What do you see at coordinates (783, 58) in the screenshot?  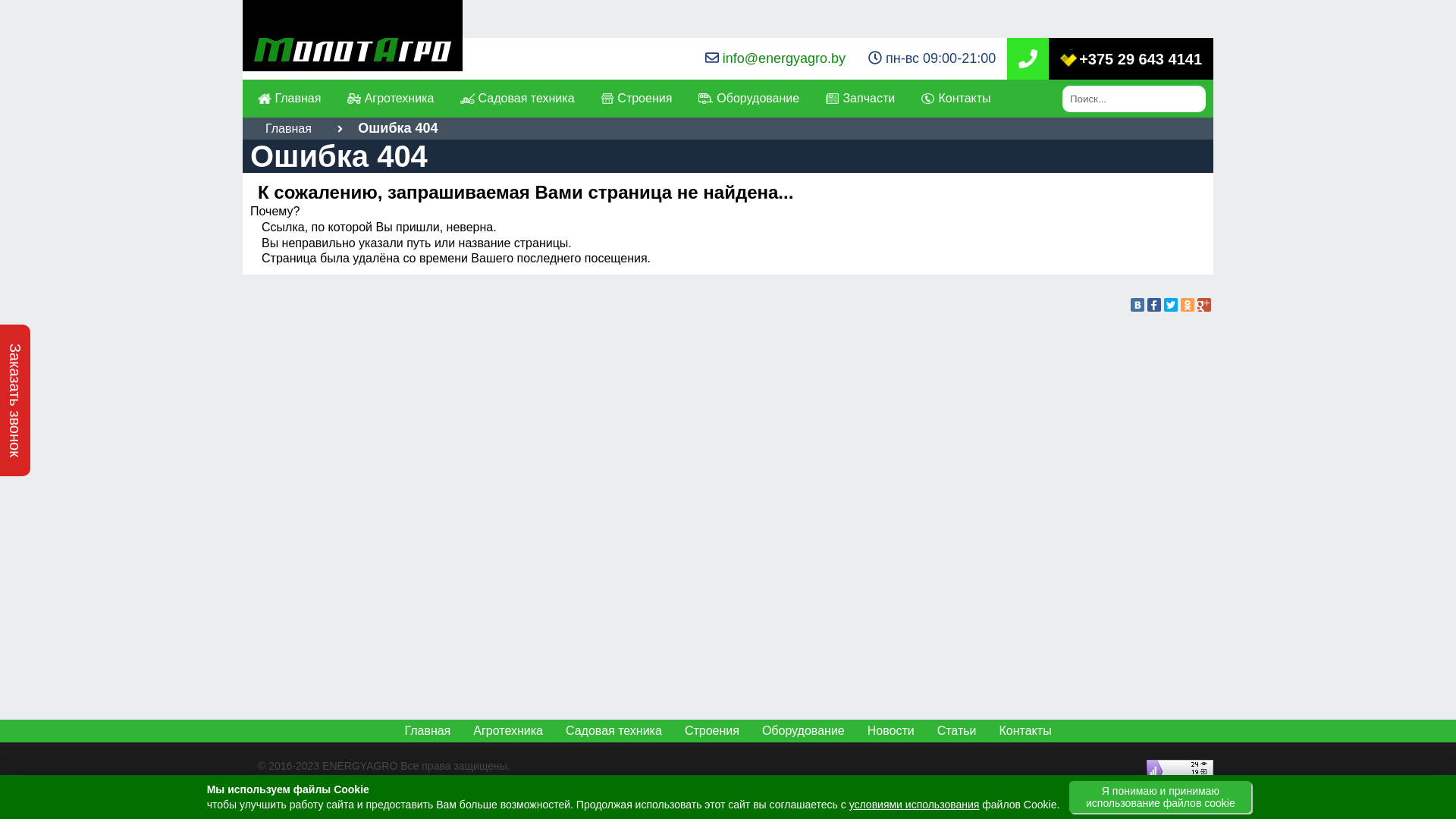 I see `'info@energyagro.by'` at bounding box center [783, 58].